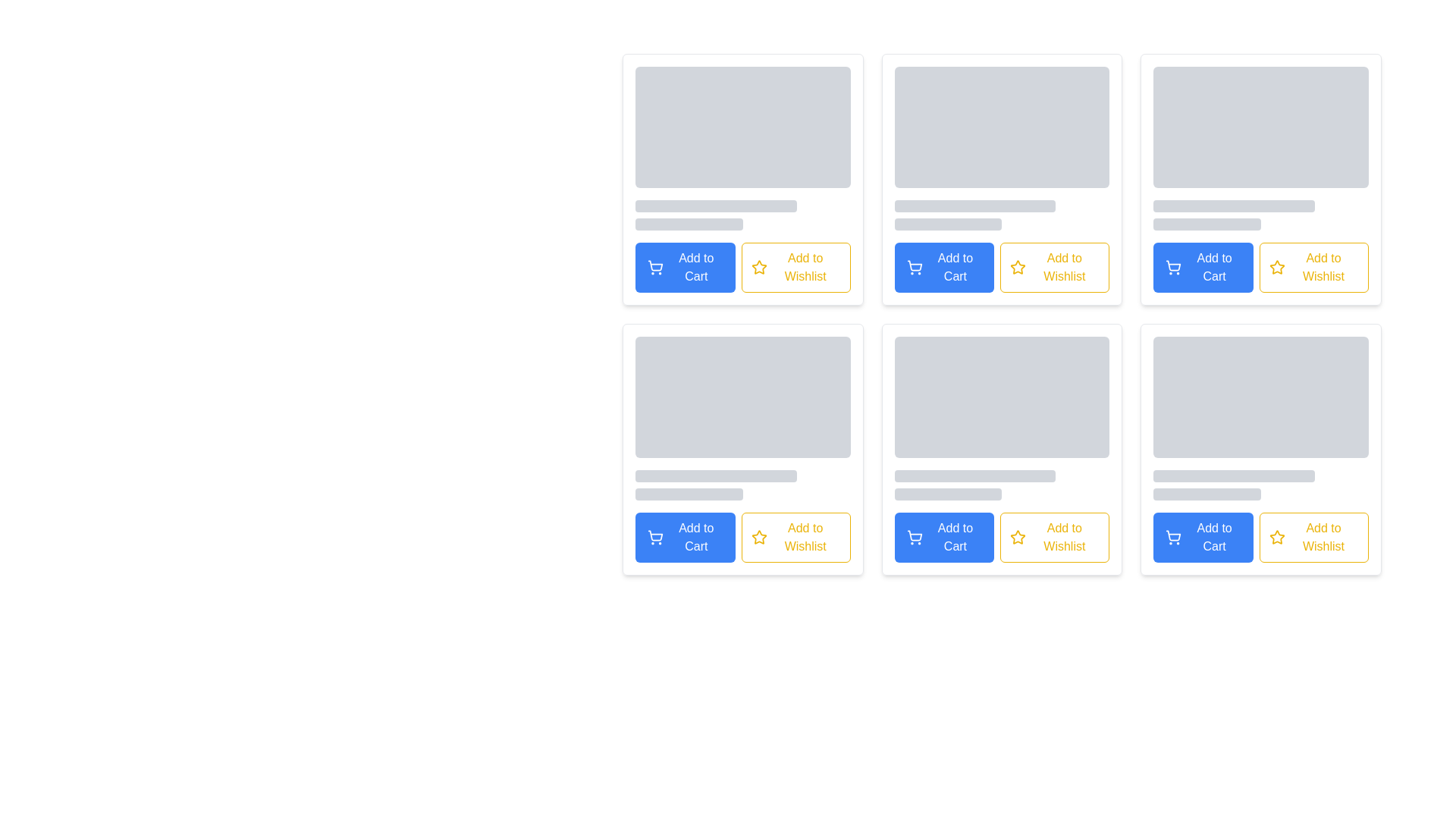 Image resolution: width=1456 pixels, height=819 pixels. I want to click on the product card located in the top-right corner of the grid, which is the last card in the first row of a 3-column layout, so click(1261, 178).